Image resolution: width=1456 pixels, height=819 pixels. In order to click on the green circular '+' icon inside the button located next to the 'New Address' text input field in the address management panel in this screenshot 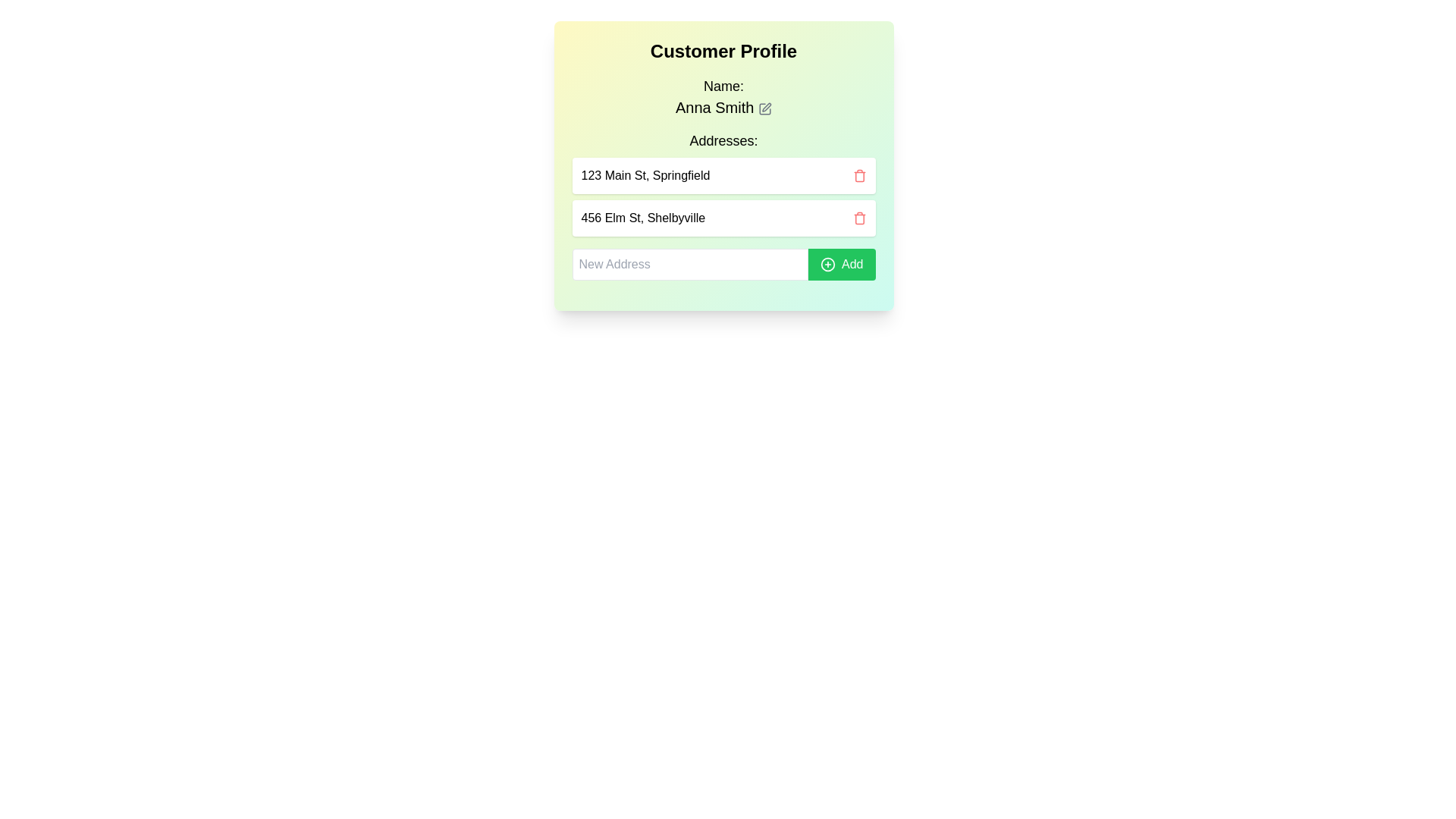, I will do `click(827, 263)`.